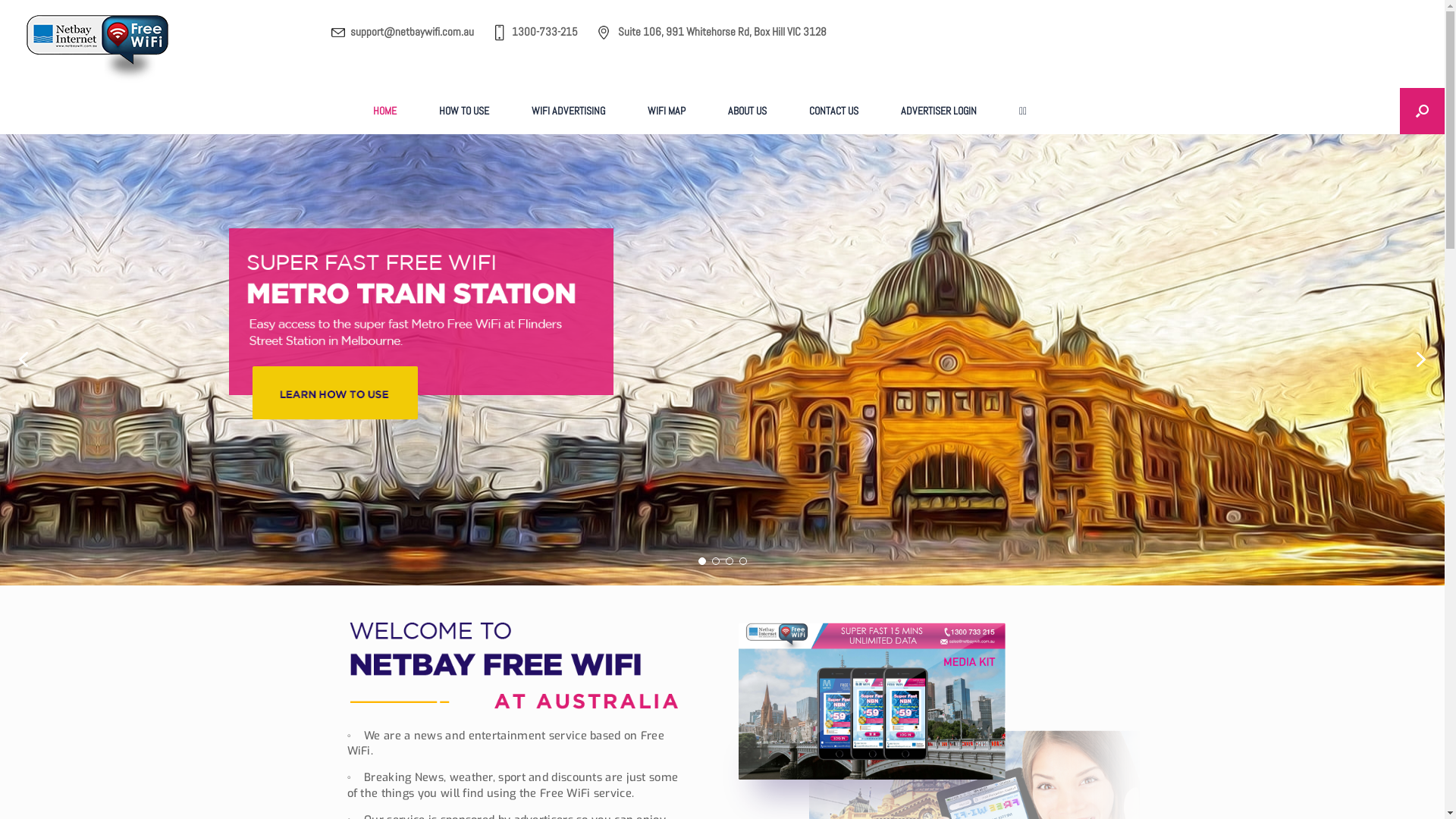 This screenshot has width=1456, height=819. Describe the element at coordinates (938, 110) in the screenshot. I see `'ADVERTISER LOGIN'` at that location.